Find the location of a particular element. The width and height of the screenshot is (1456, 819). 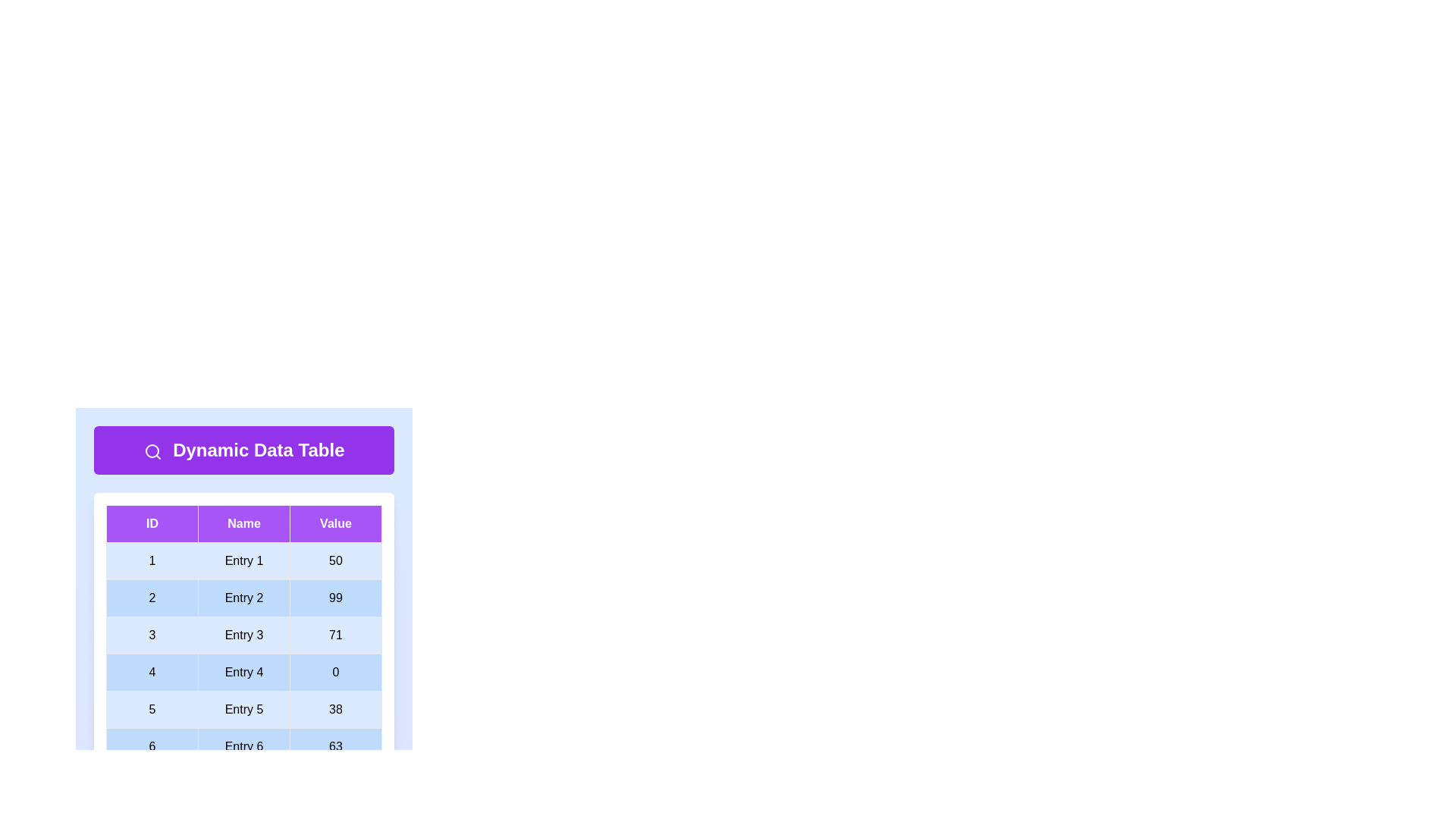

the search icon in the header section is located at coordinates (152, 450).